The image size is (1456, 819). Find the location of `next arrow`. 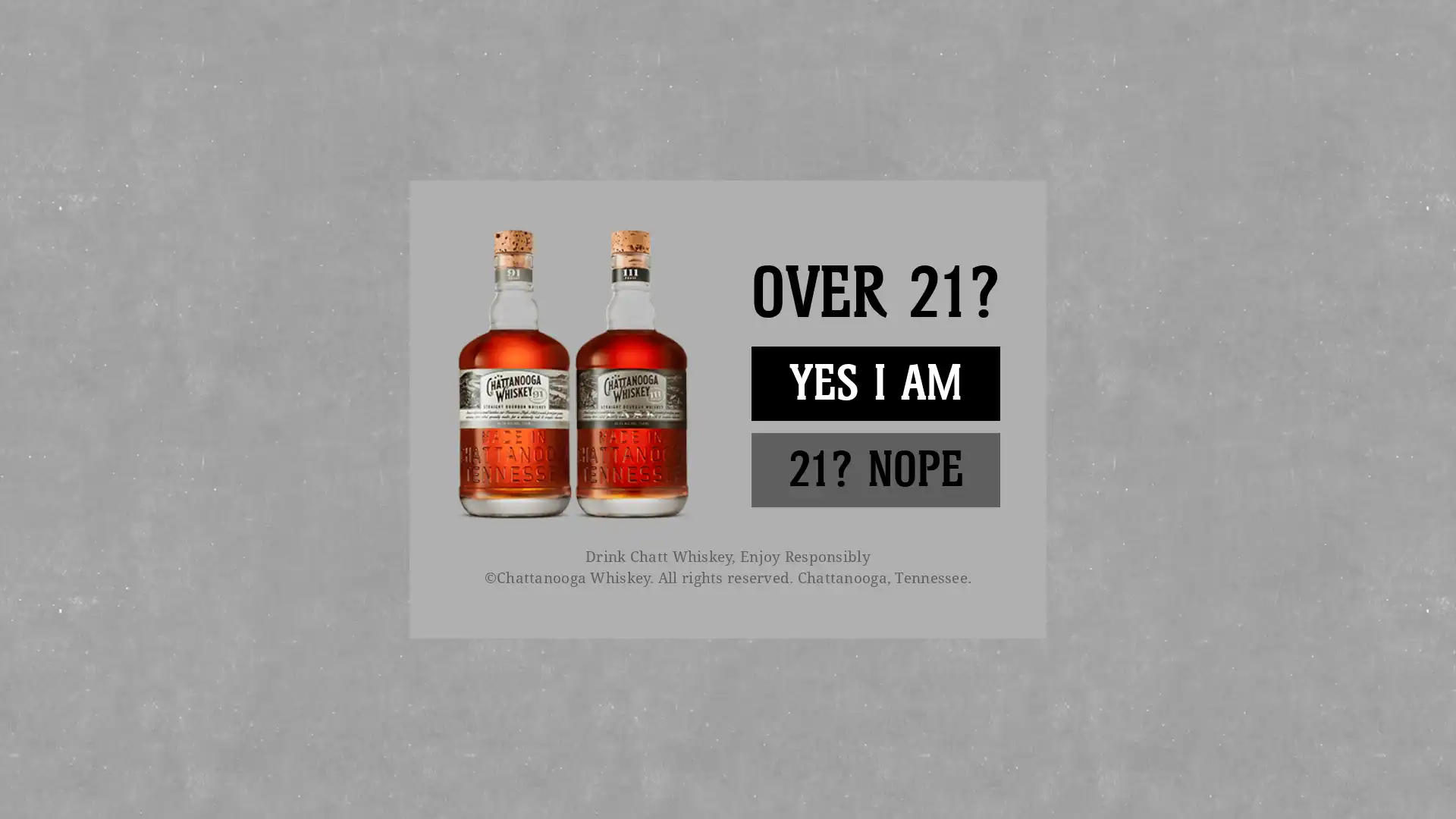

next arrow is located at coordinates (1432, 510).